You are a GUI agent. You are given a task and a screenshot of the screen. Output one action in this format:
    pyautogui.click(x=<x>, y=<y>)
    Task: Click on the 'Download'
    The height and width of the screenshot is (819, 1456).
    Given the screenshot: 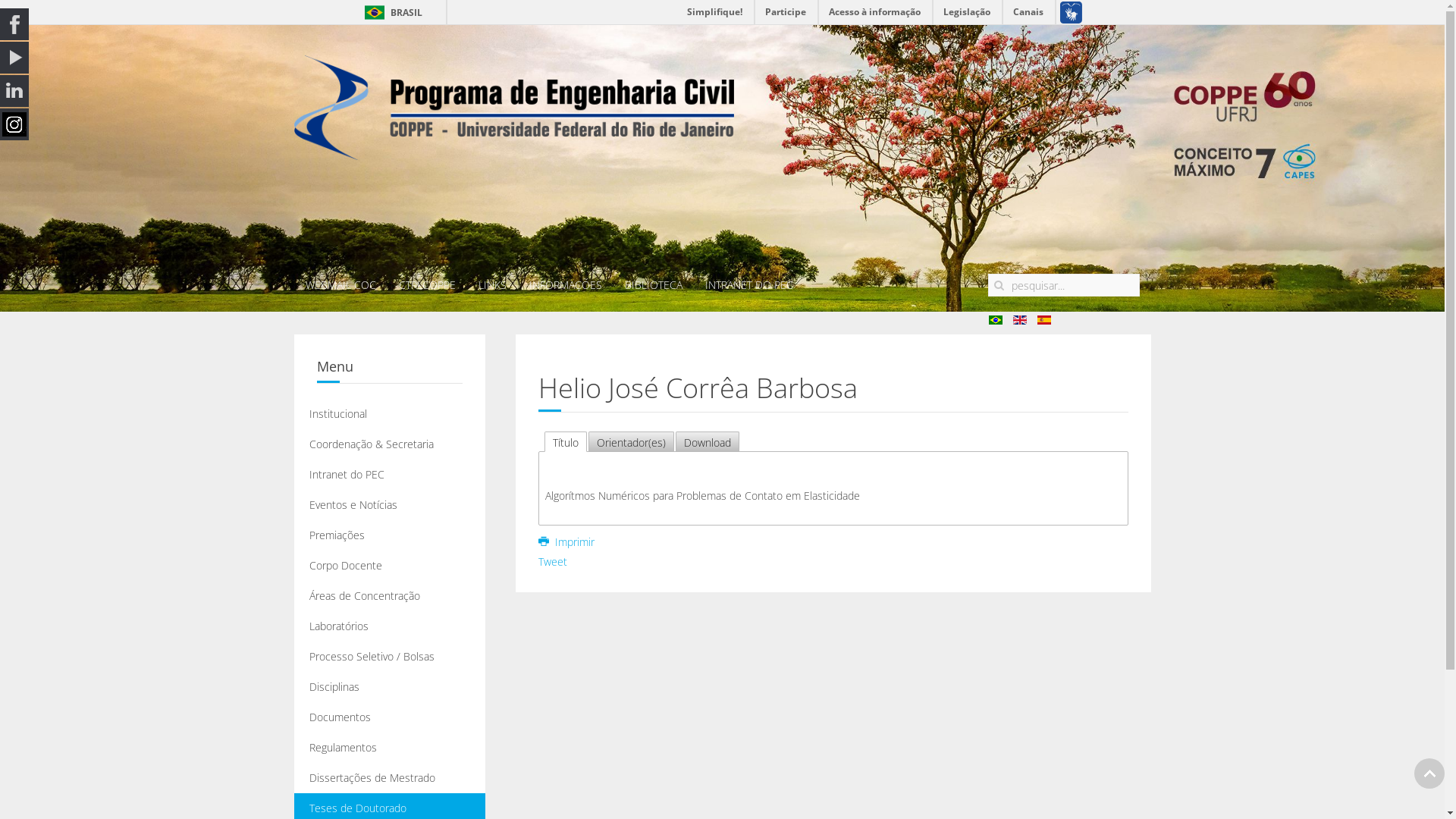 What is the action you would take?
    pyautogui.click(x=675, y=441)
    